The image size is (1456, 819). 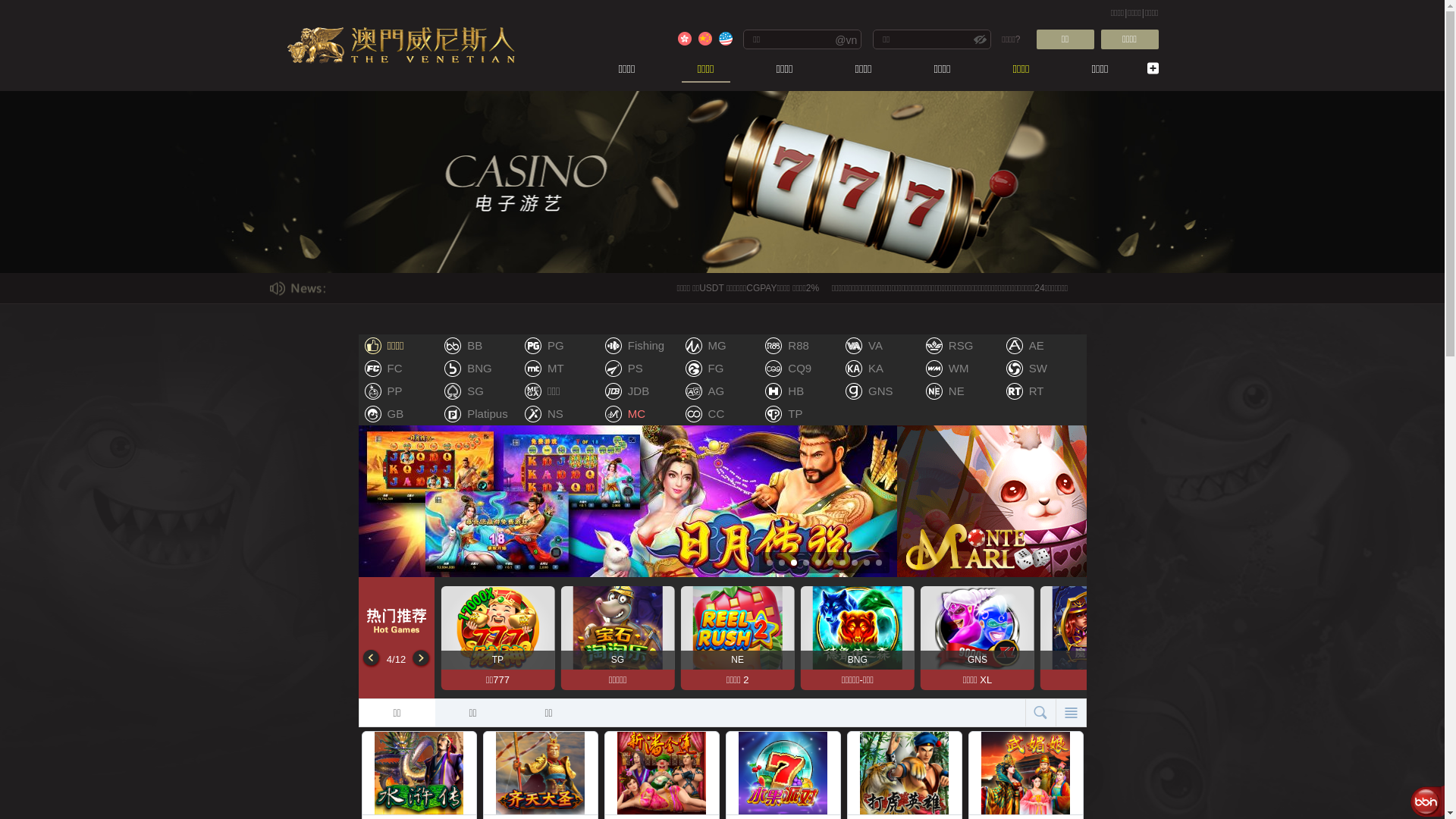 What do you see at coordinates (716, 37) in the screenshot?
I see `'English'` at bounding box center [716, 37].